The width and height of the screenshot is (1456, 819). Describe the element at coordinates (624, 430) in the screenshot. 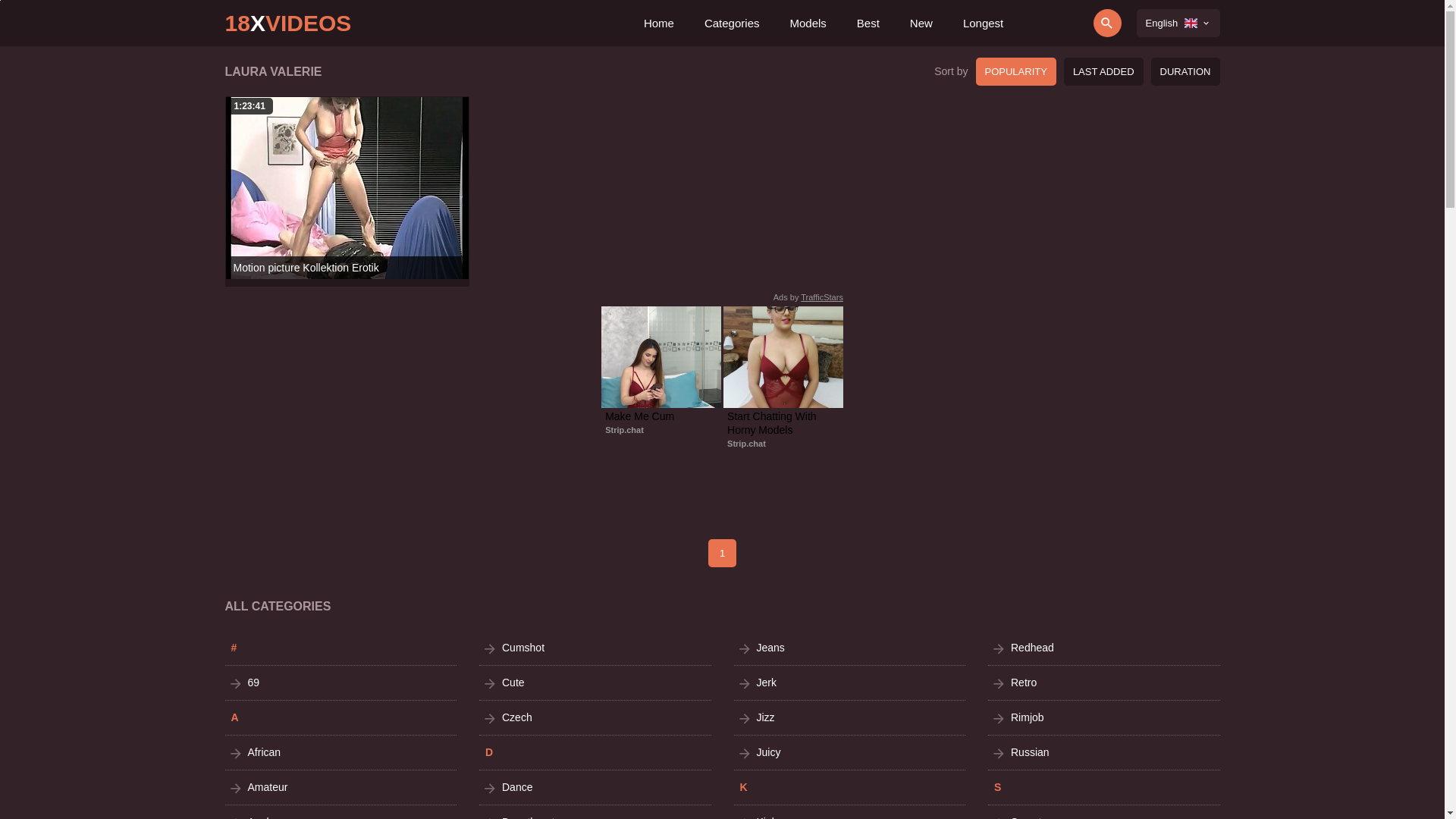

I see `'Strip.chat'` at that location.